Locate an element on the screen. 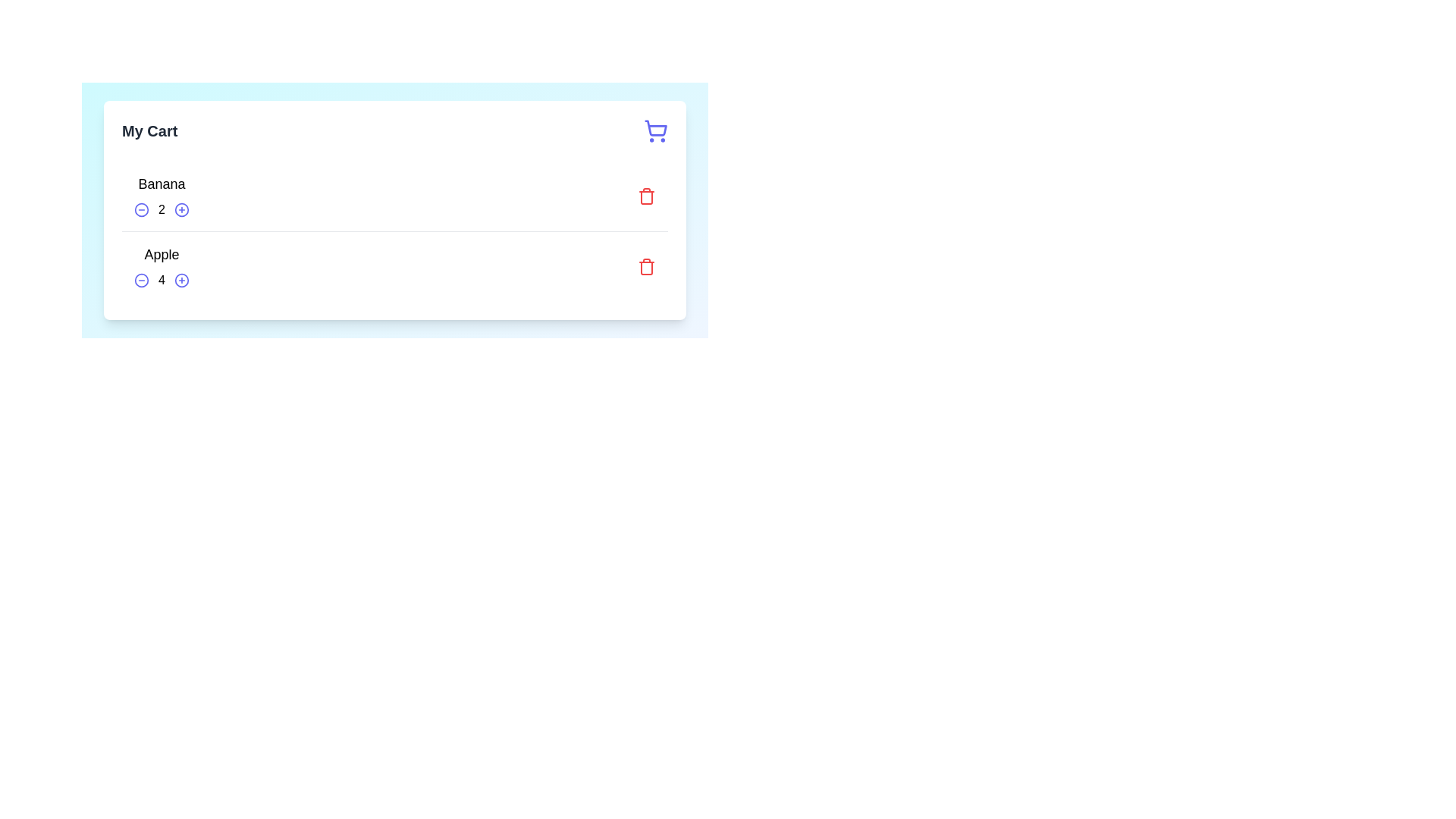 Image resolution: width=1456 pixels, height=819 pixels. the decrement button for the 'Apple' item in the cart, which is located to the left of the quantity display '4' is located at coordinates (142, 281).